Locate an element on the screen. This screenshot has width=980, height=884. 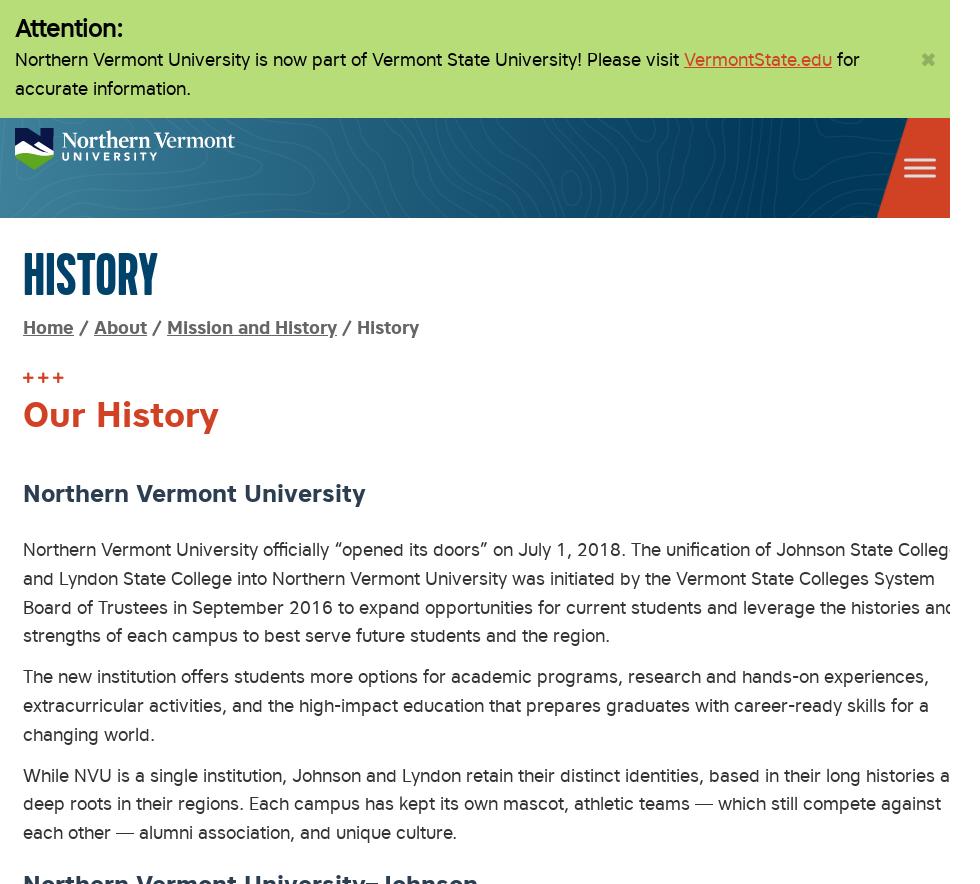
'Attention:' is located at coordinates (68, 28).